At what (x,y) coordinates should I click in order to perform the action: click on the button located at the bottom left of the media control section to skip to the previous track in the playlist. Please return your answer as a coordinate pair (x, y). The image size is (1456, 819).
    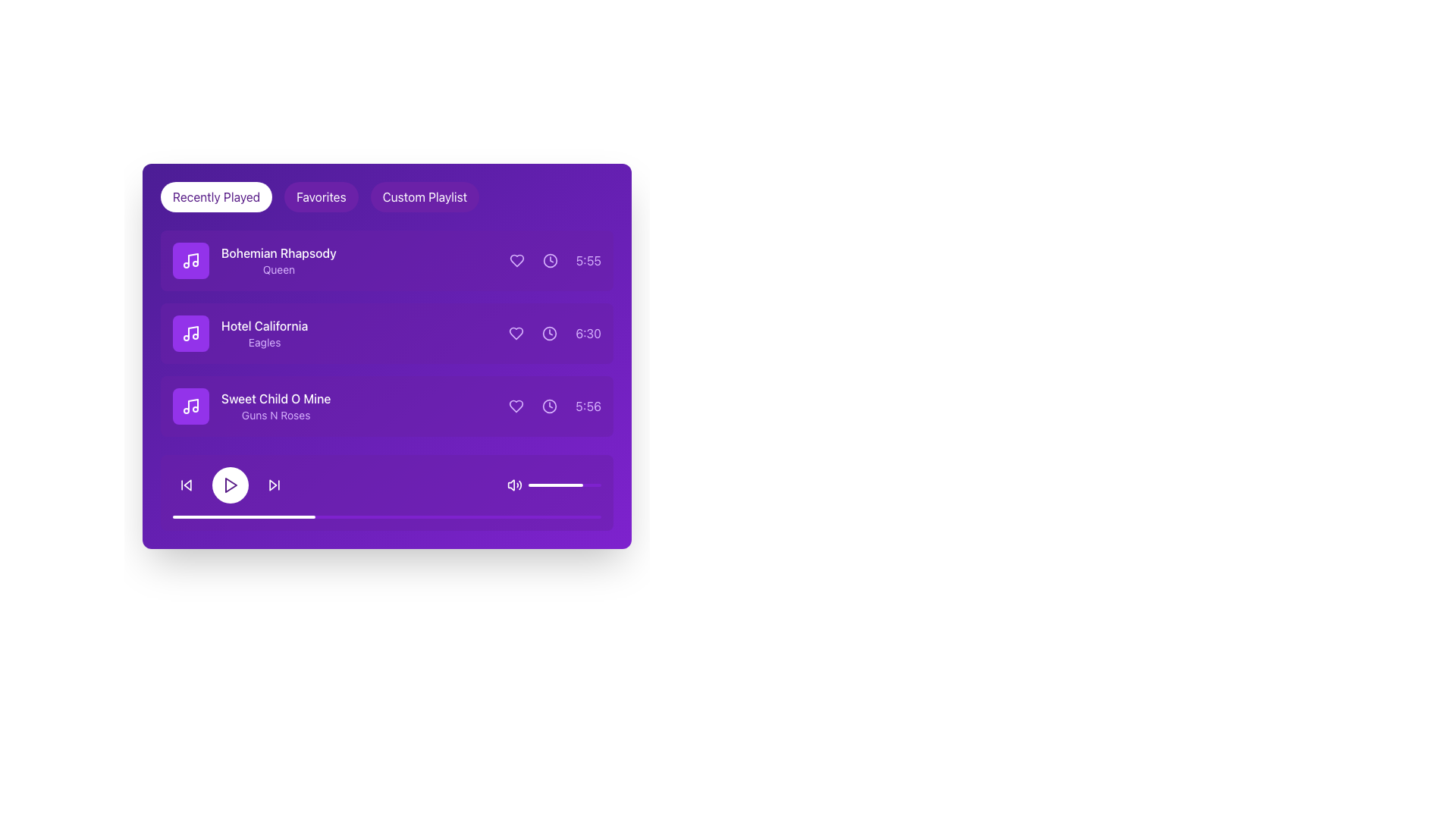
    Looking at the image, I should click on (185, 485).